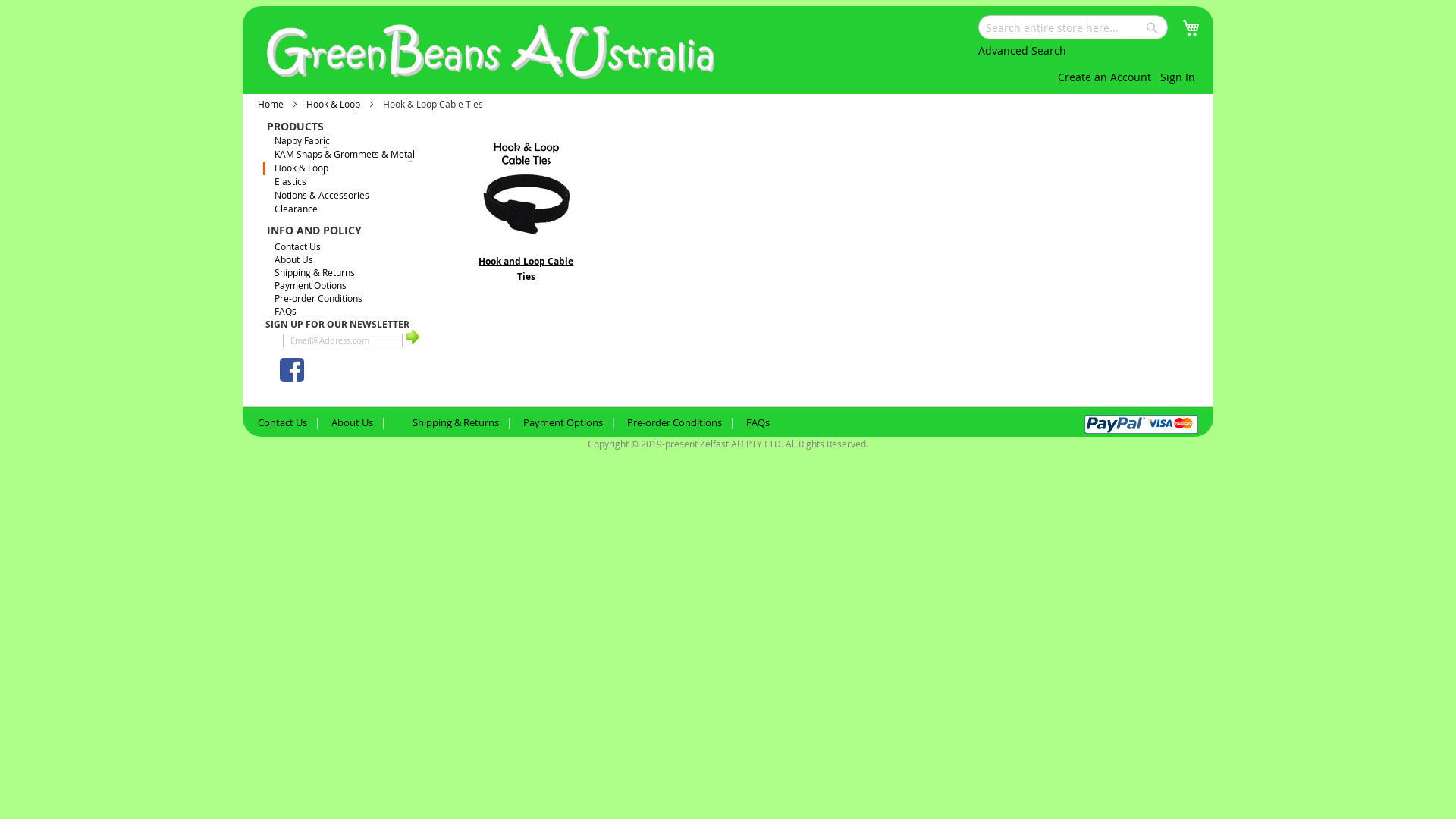  What do you see at coordinates (1178, 77) in the screenshot?
I see `'Sign In'` at bounding box center [1178, 77].